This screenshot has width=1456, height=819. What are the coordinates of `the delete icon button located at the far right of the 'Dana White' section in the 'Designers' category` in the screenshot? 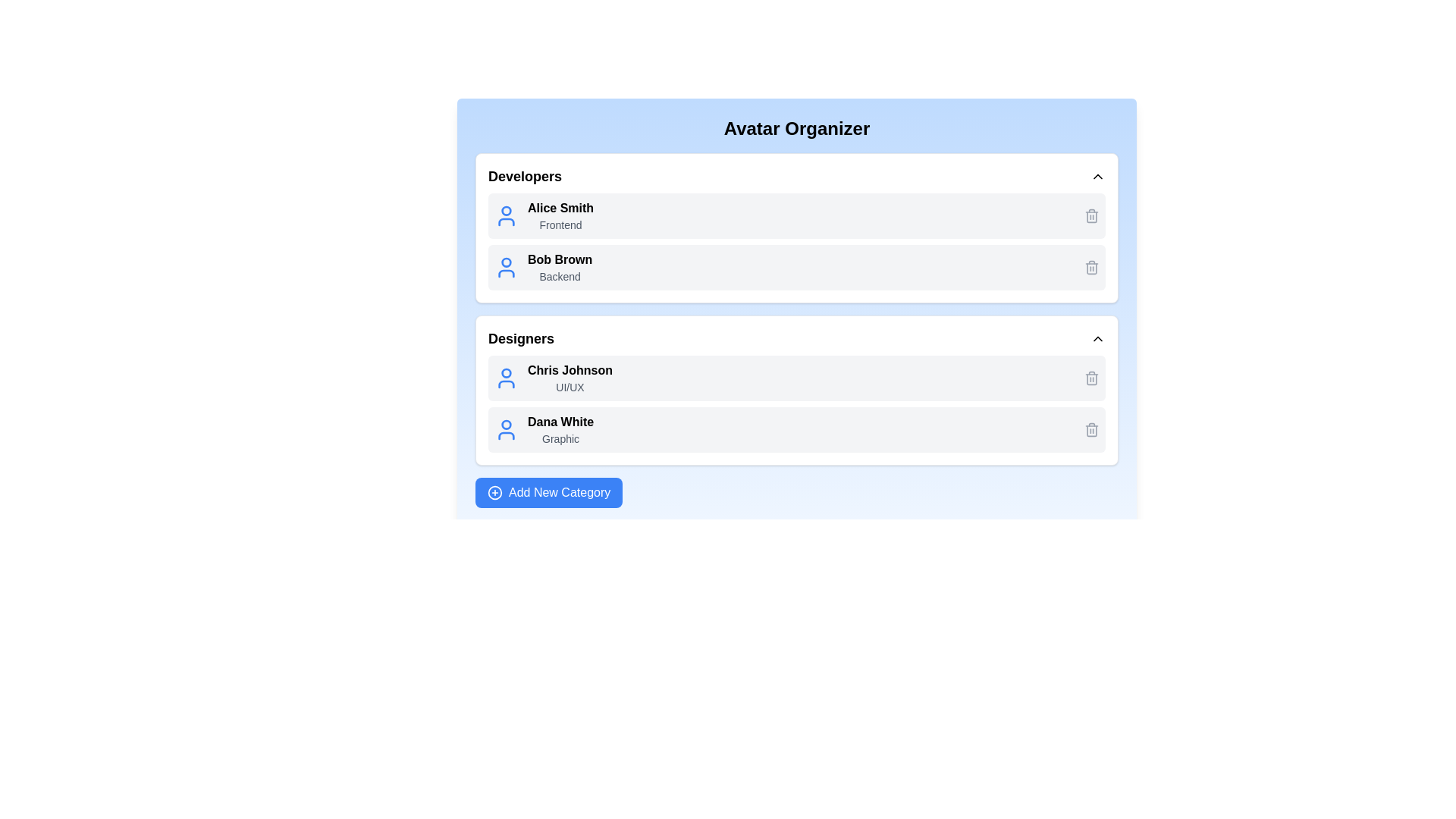 It's located at (1092, 430).